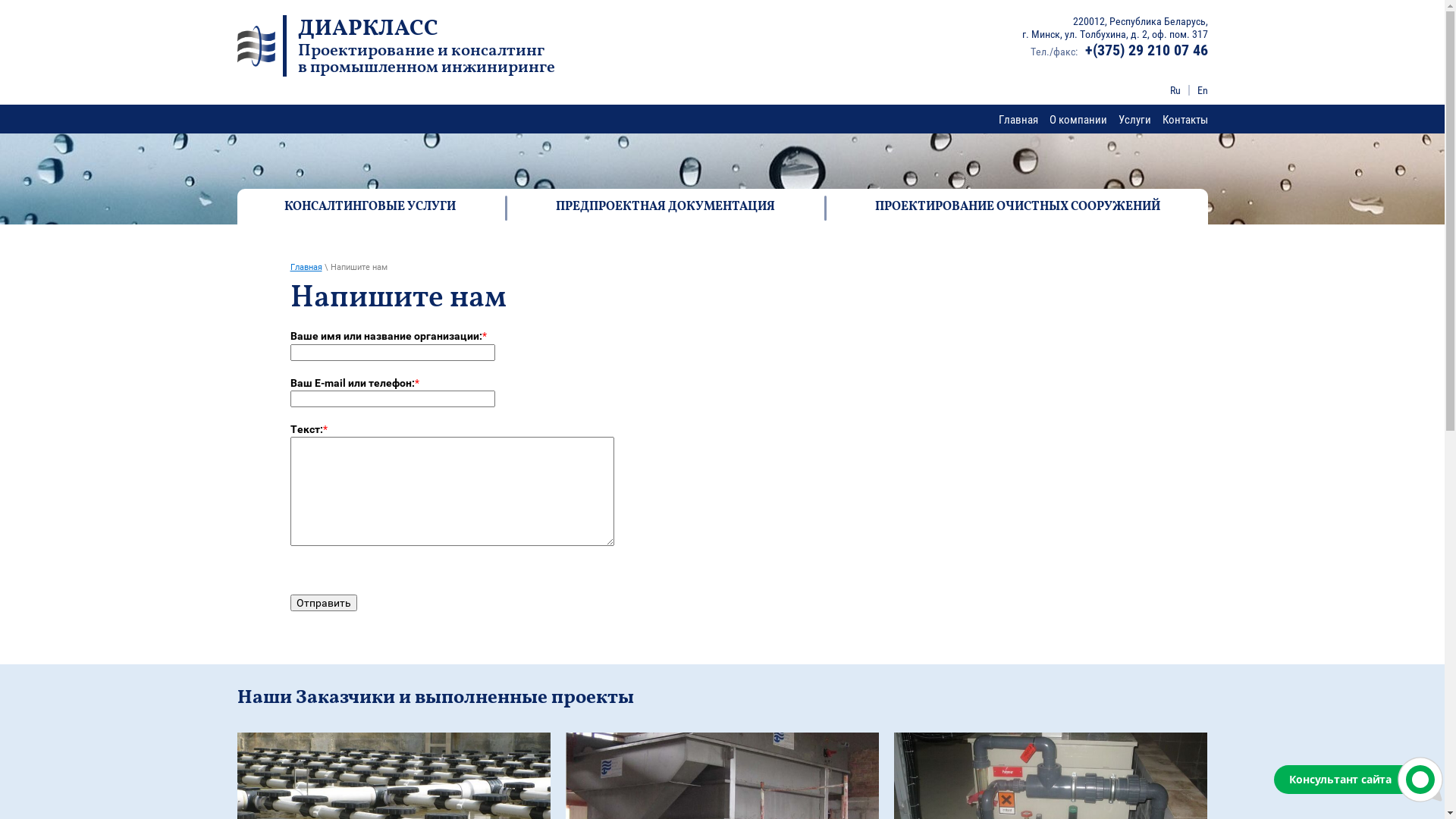  Describe the element at coordinates (1146, 49) in the screenshot. I see `'+(375) 29 210 07 46'` at that location.